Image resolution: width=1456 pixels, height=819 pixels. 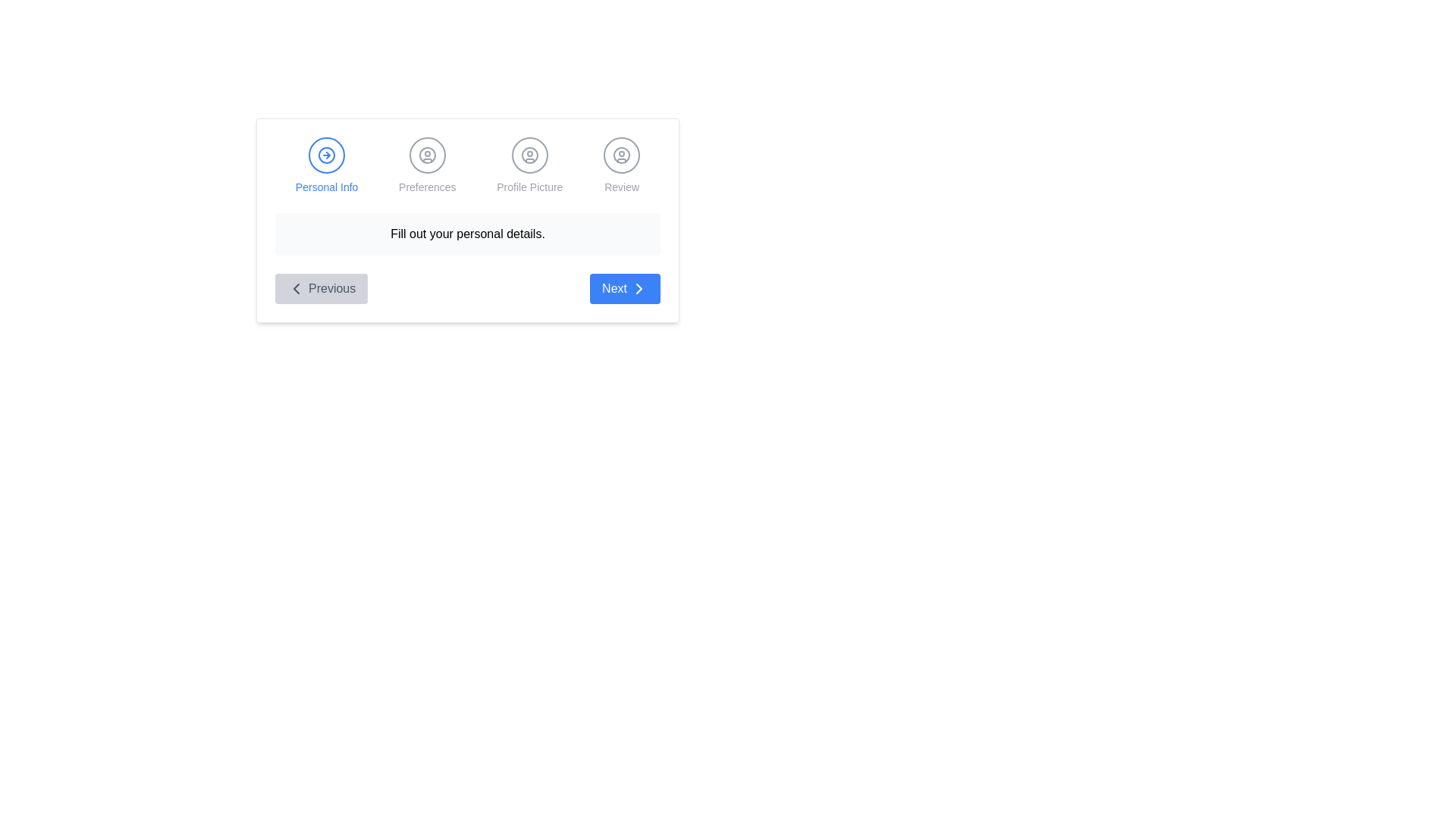 What do you see at coordinates (426, 155) in the screenshot?
I see `the outermost circle of the 'Preferences' step indicator in the horizontal step navigation component` at bounding box center [426, 155].